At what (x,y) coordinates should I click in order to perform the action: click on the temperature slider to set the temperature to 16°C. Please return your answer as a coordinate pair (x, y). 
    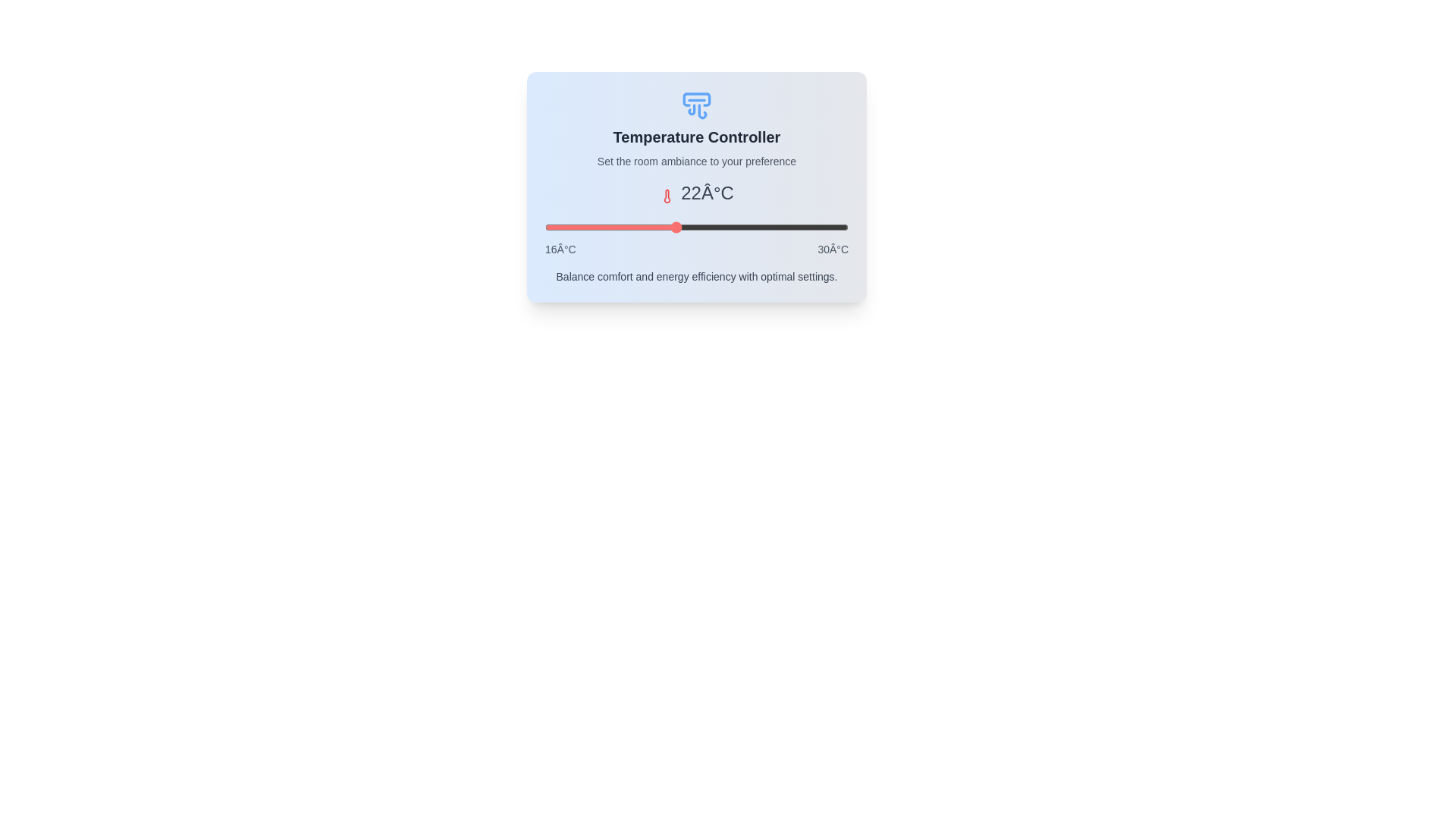
    Looking at the image, I should click on (545, 227).